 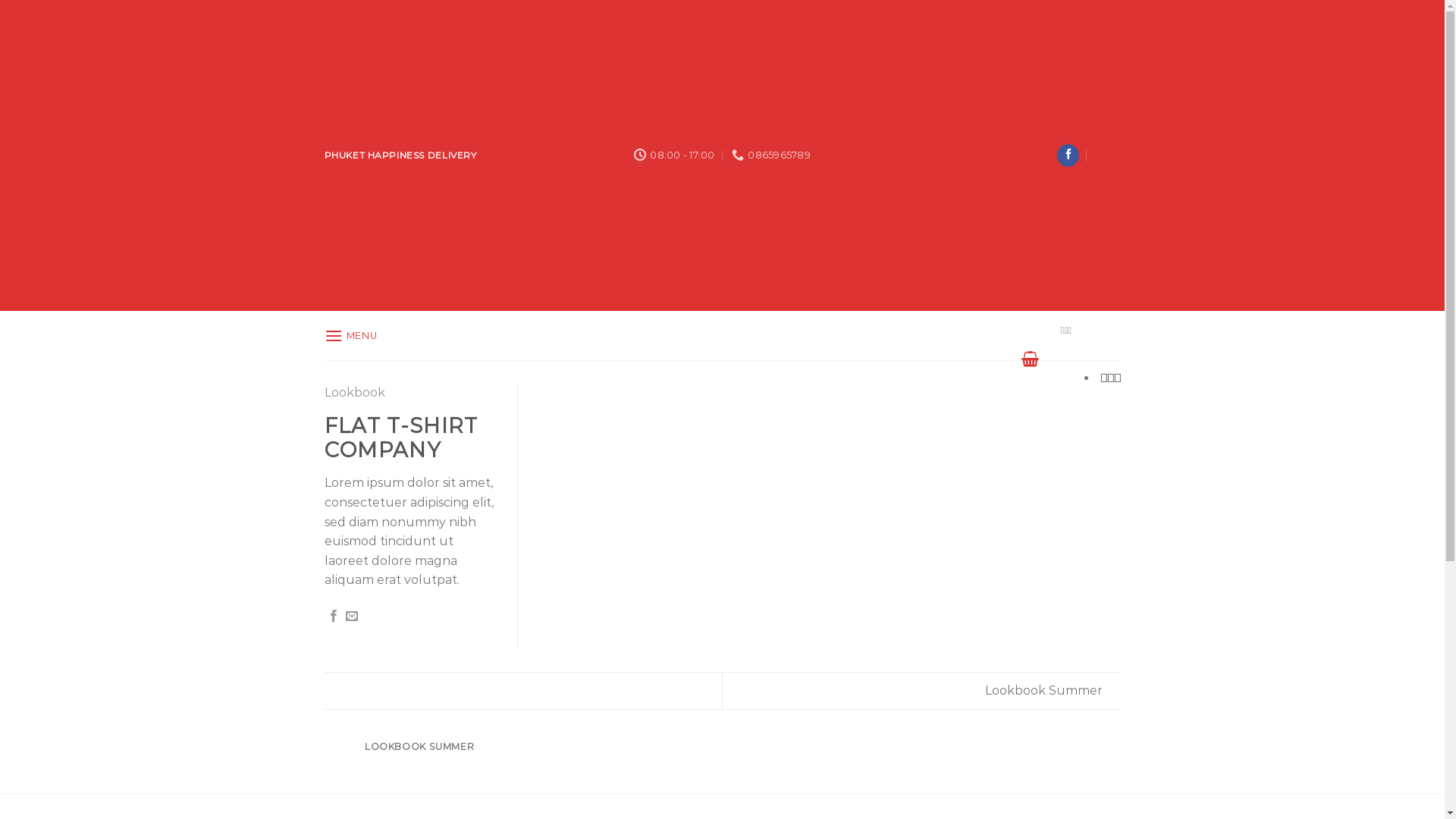 What do you see at coordinates (333, 617) in the screenshot?
I see `'Share on Facebook'` at bounding box center [333, 617].